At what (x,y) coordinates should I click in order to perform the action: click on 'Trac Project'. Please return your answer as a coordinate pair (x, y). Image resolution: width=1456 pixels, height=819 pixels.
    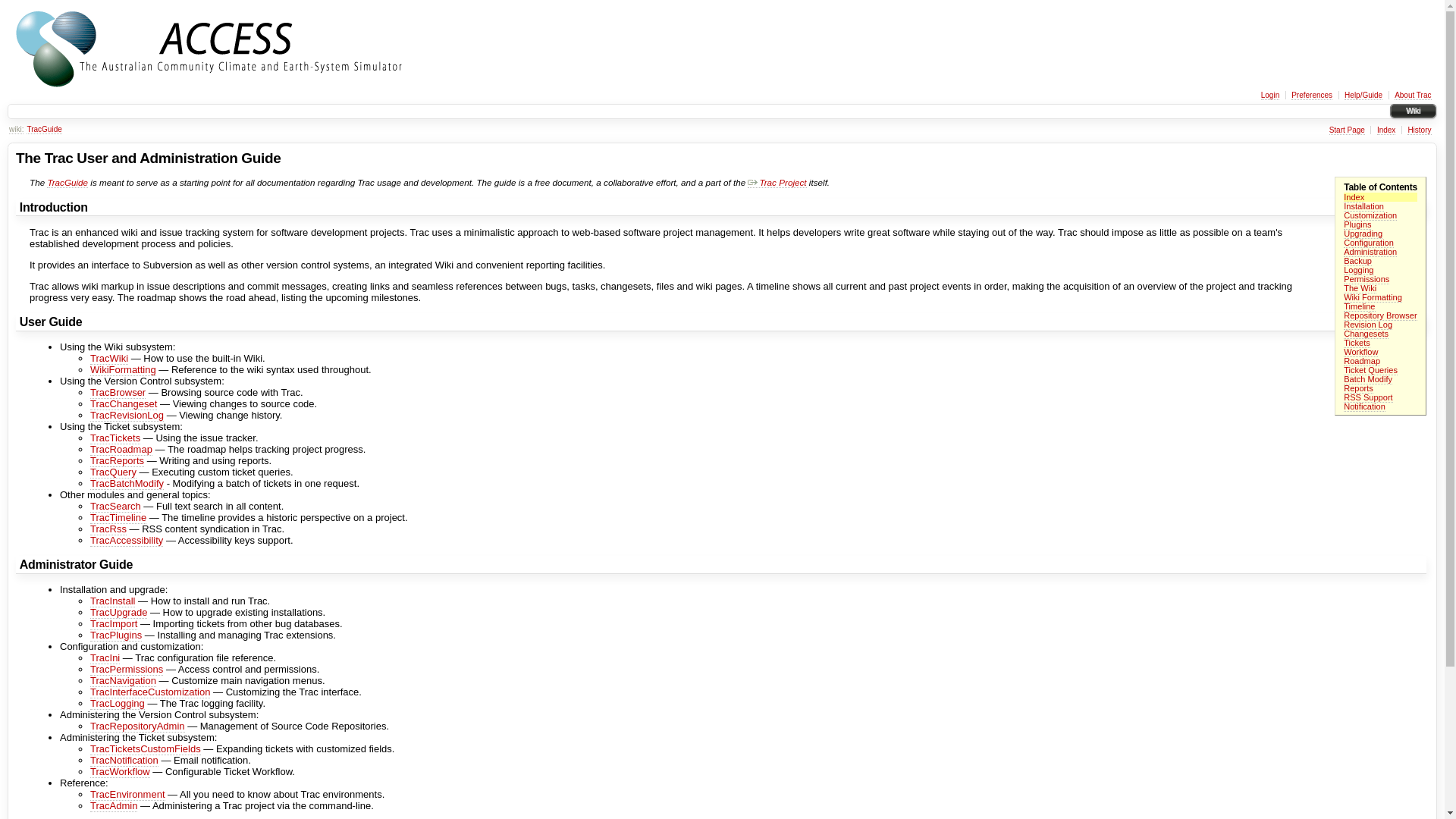
    Looking at the image, I should click on (777, 181).